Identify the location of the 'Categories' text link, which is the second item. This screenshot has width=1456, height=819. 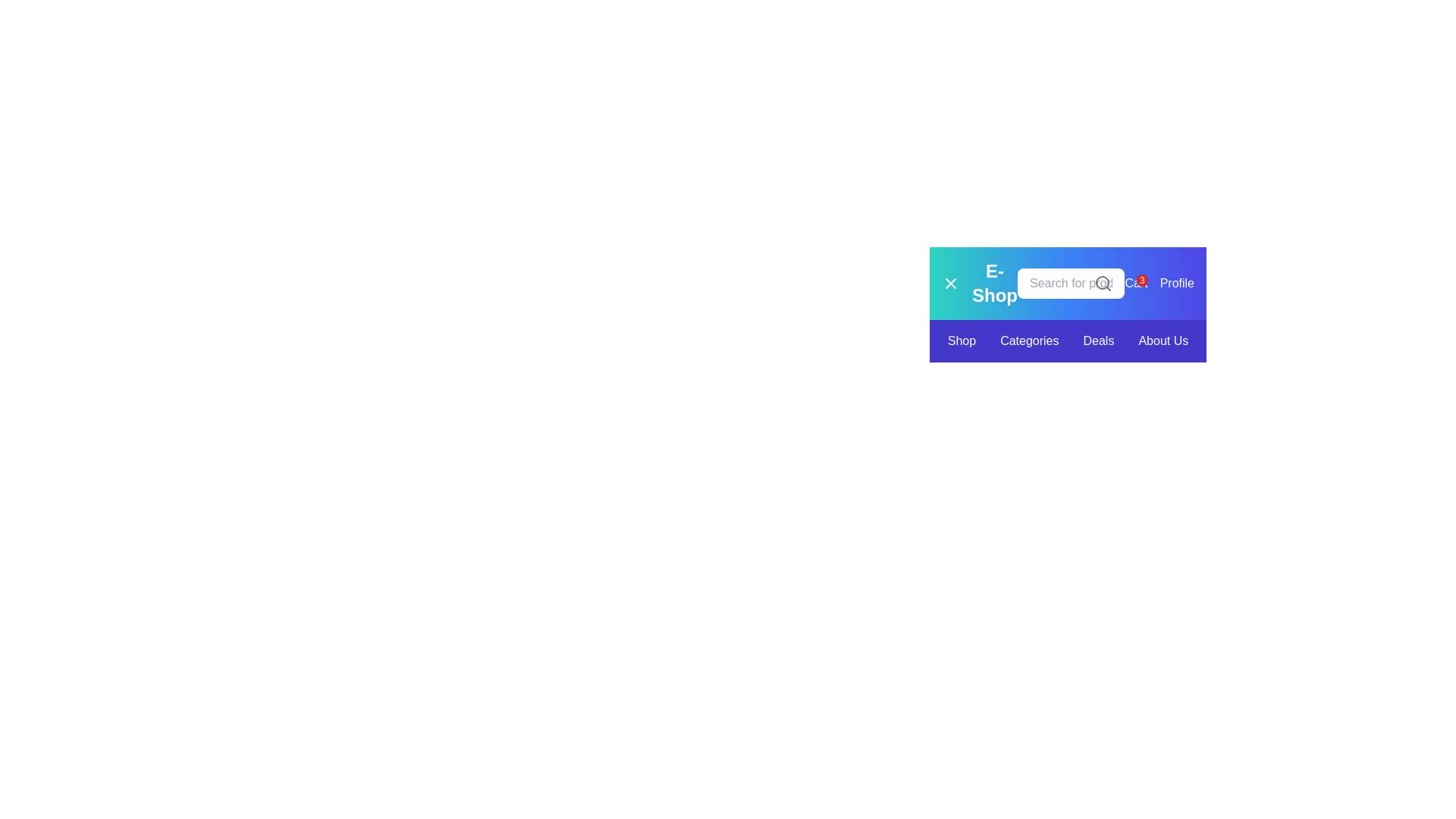
(1029, 341).